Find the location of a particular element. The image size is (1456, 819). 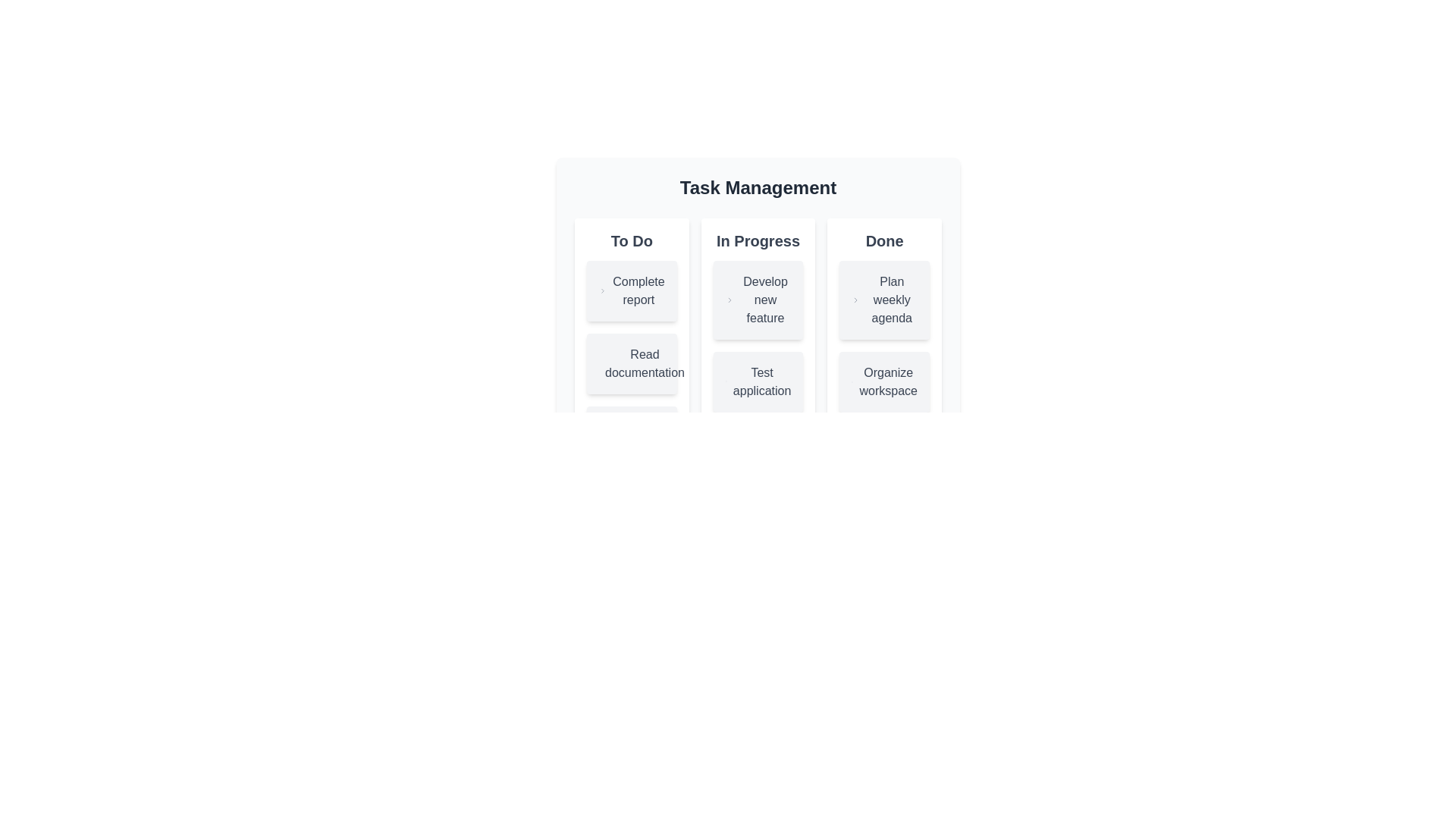

the text label with an icon in the 'To Do' column, located in the second row of tasks is located at coordinates (632, 363).